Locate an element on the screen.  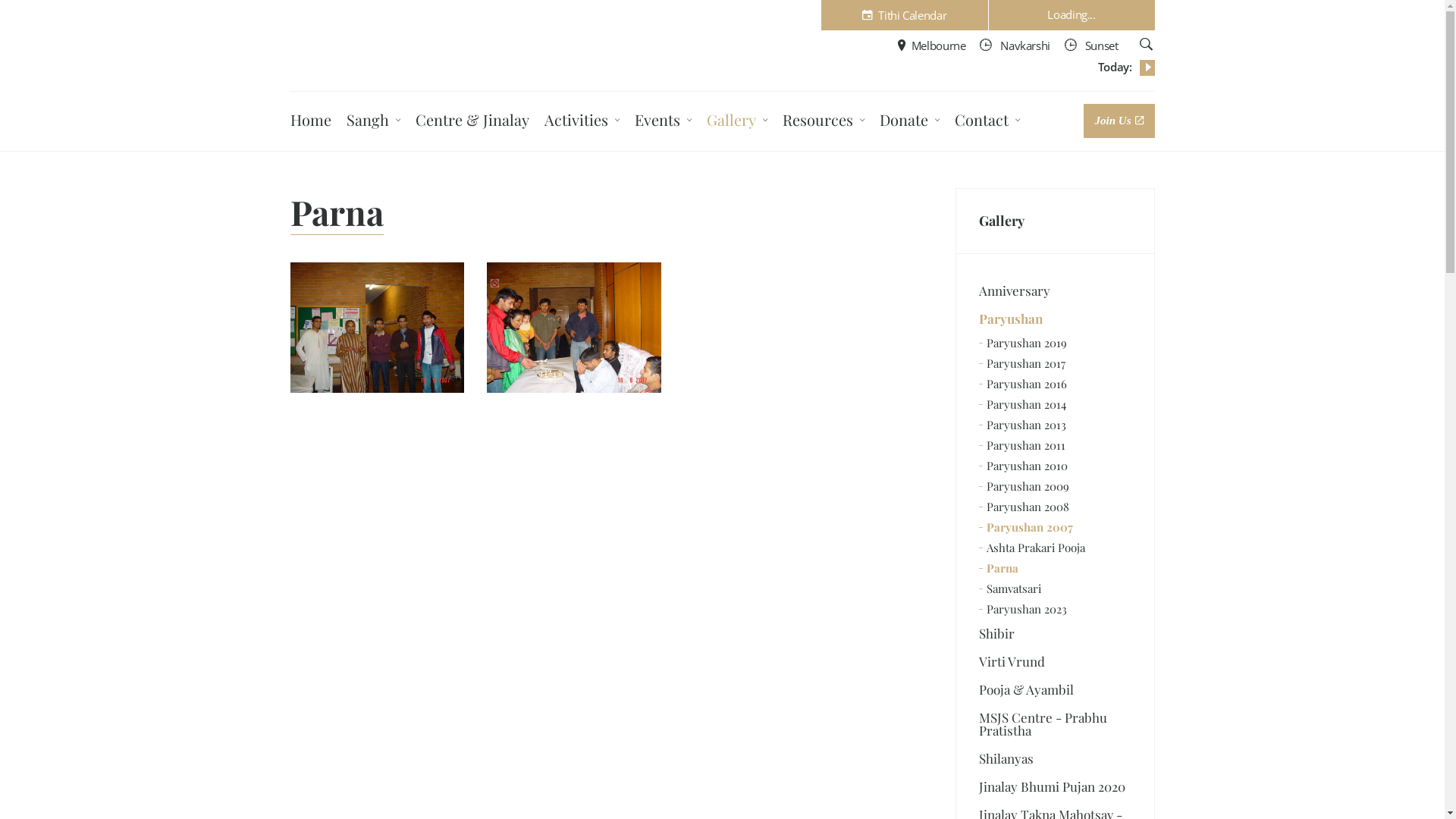
'Donate' is located at coordinates (912, 121).